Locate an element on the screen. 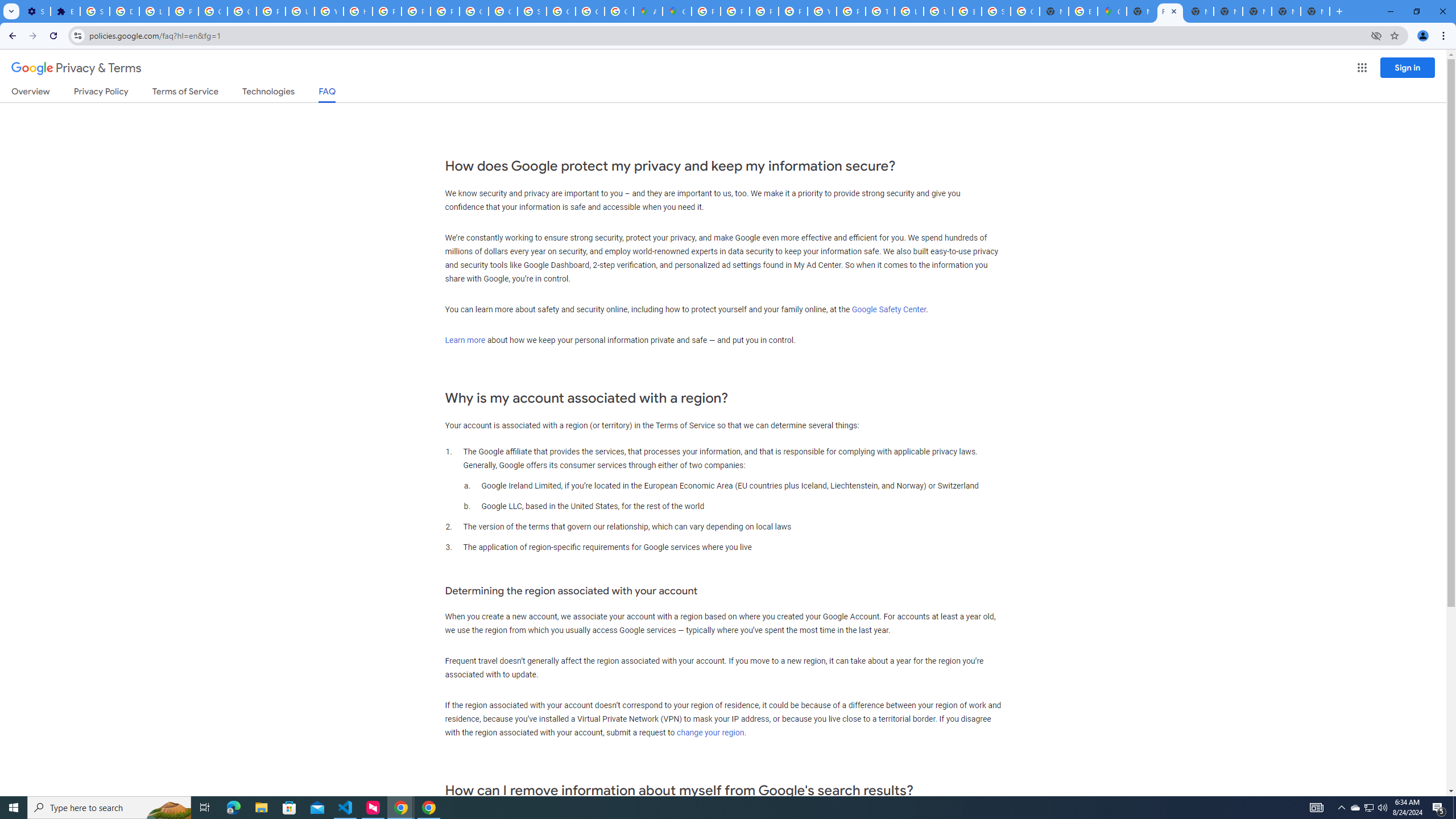 The width and height of the screenshot is (1456, 819). 'Delete photos & videos - Computer - Google Photos Help' is located at coordinates (123, 11).